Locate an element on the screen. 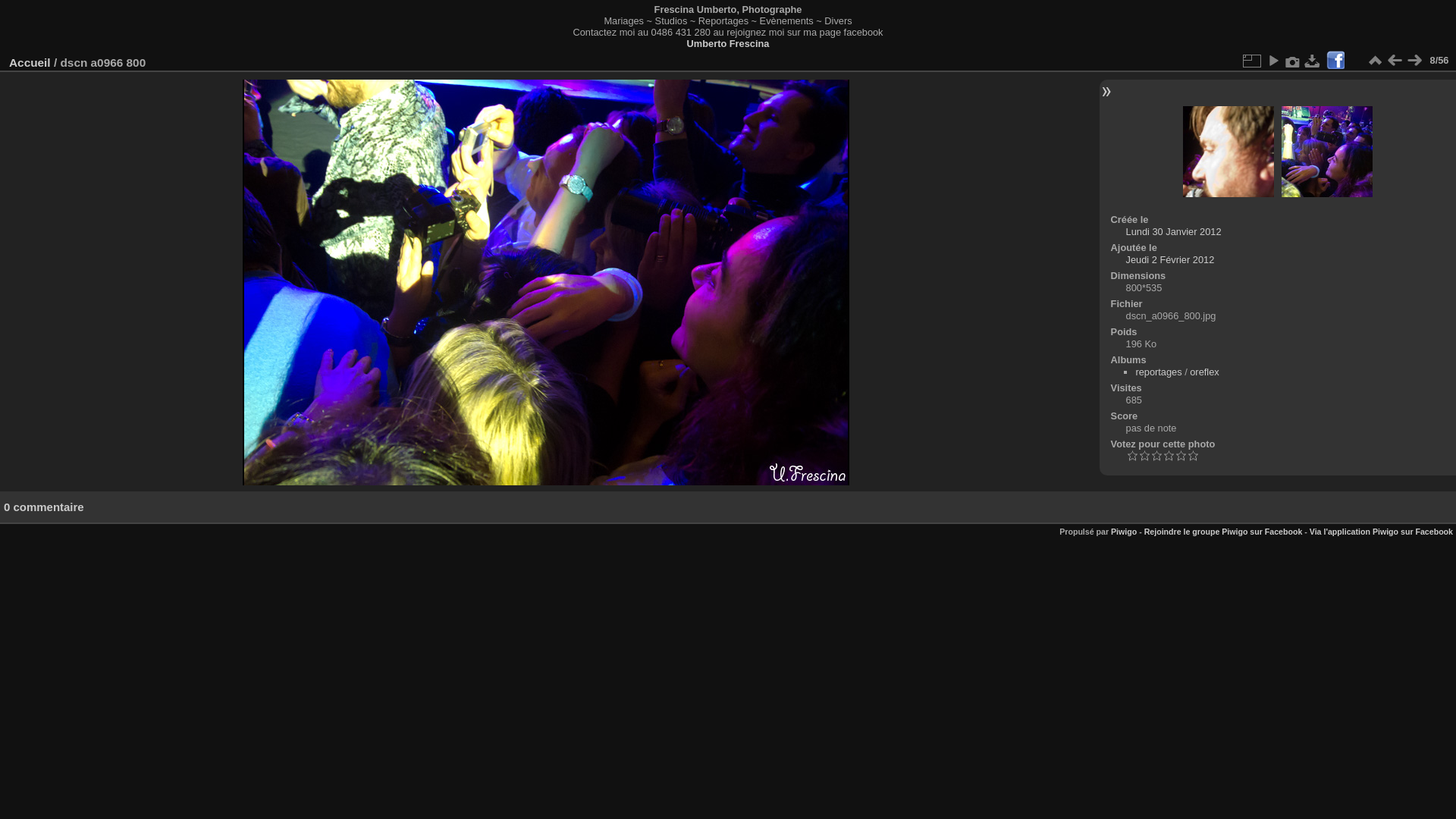 Image resolution: width=1456 pixels, height=819 pixels. '4' is located at coordinates (1174, 455).